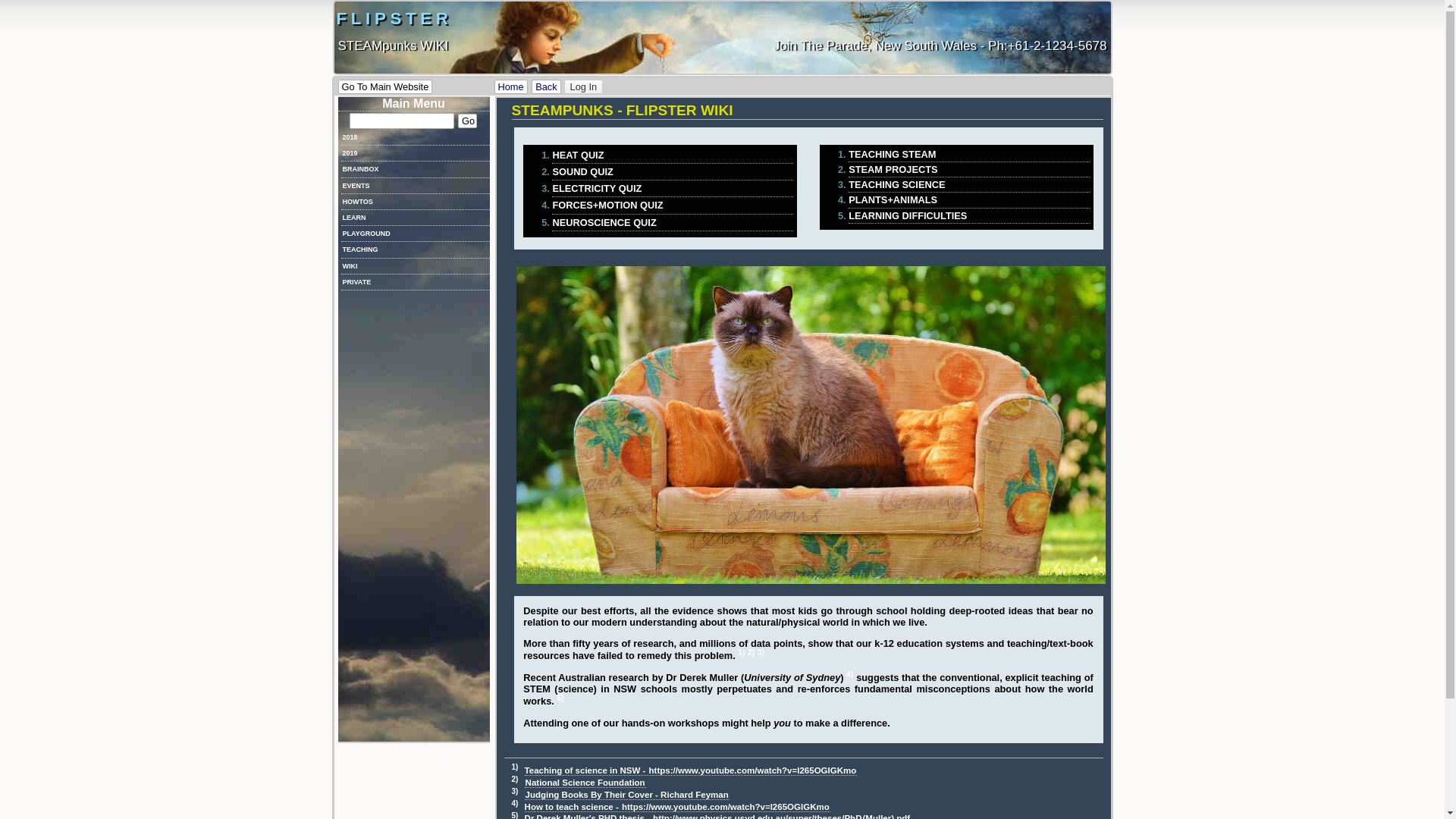  What do you see at coordinates (415, 153) in the screenshot?
I see `'2019'` at bounding box center [415, 153].